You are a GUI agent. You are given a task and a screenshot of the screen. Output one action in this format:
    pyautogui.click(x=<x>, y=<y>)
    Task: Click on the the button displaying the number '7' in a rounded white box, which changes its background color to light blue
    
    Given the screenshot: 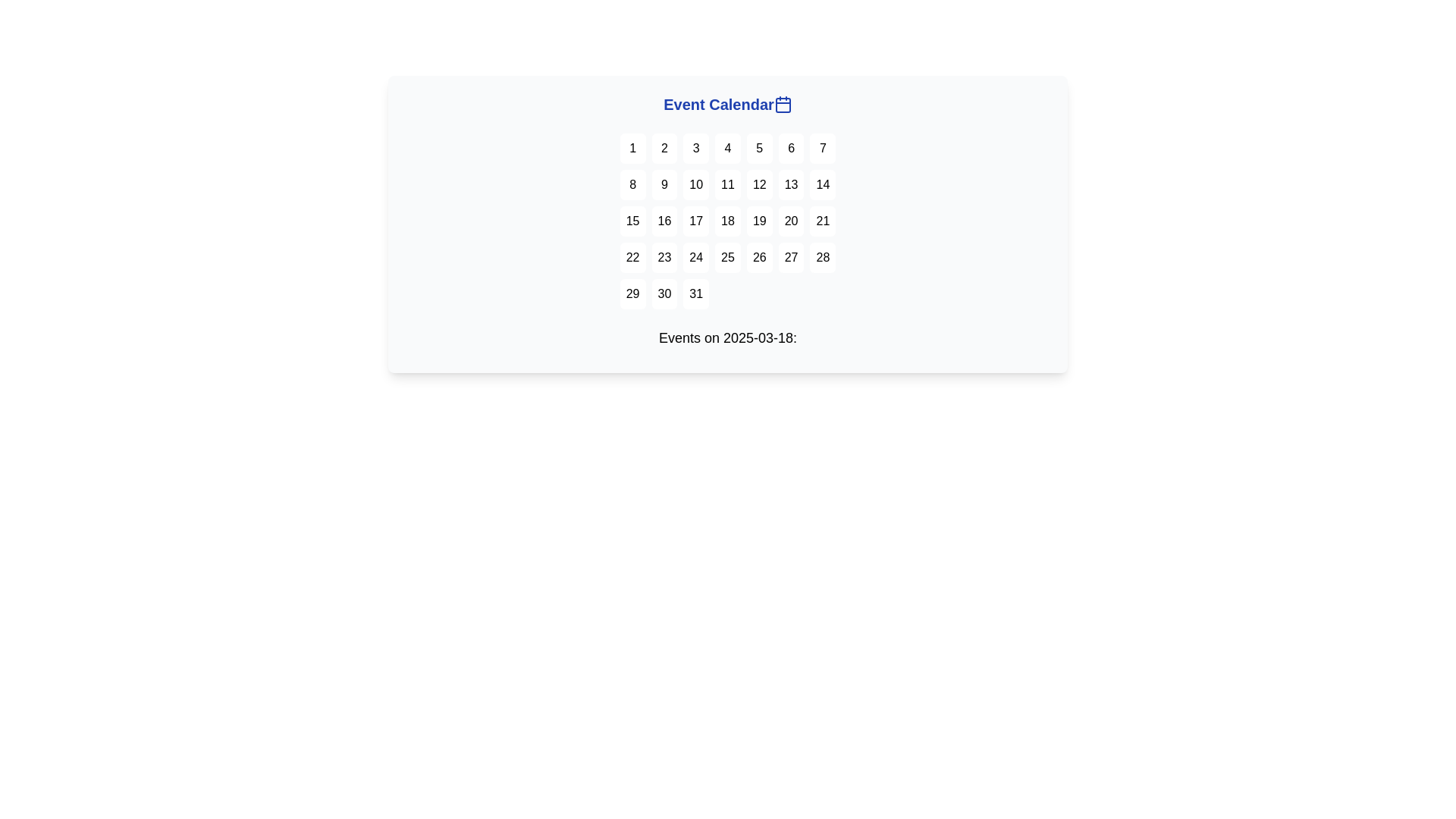 What is the action you would take?
    pyautogui.click(x=822, y=149)
    